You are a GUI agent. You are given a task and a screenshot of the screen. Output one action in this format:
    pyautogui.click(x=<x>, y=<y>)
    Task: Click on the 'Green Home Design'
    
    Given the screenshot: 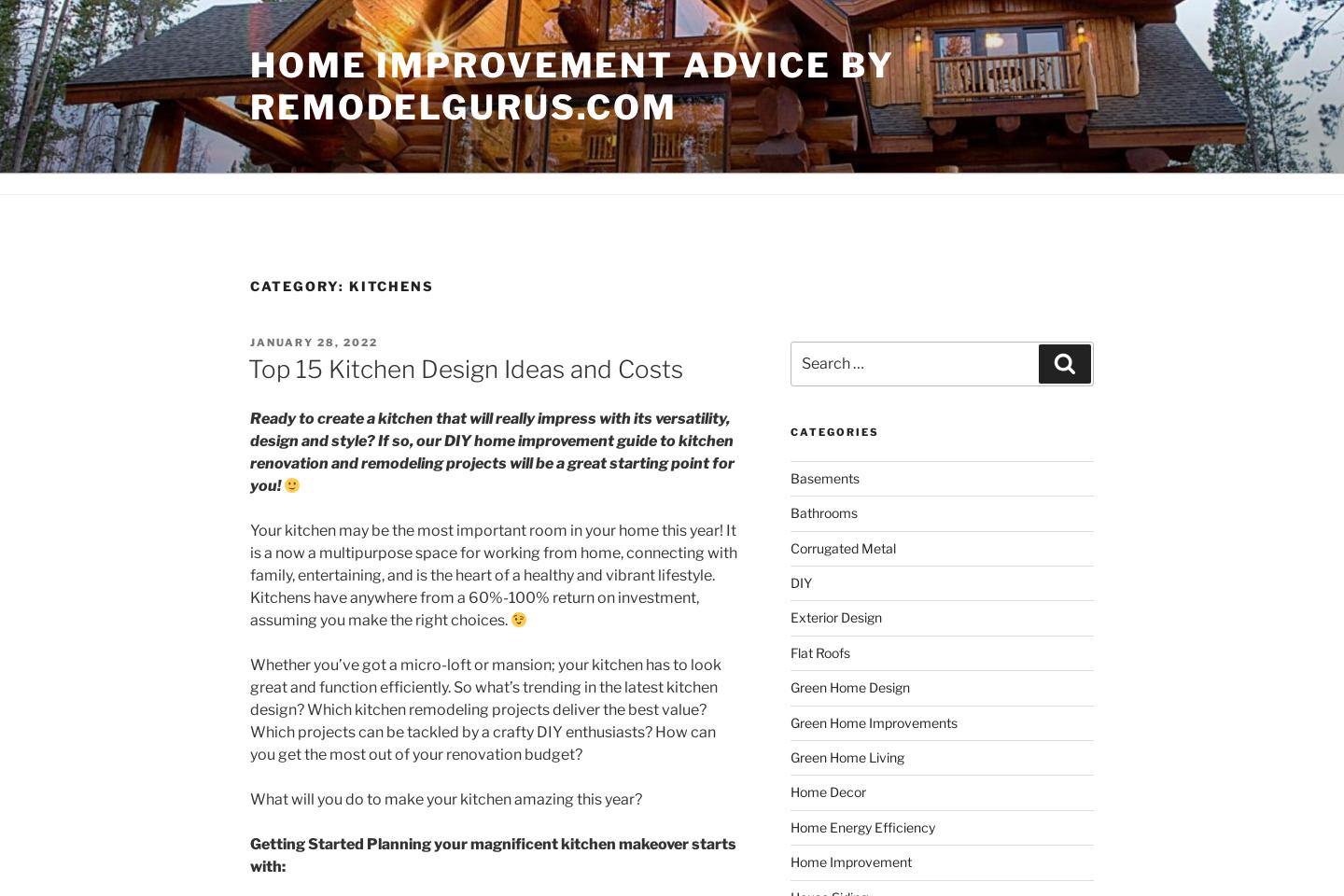 What is the action you would take?
    pyautogui.click(x=848, y=686)
    